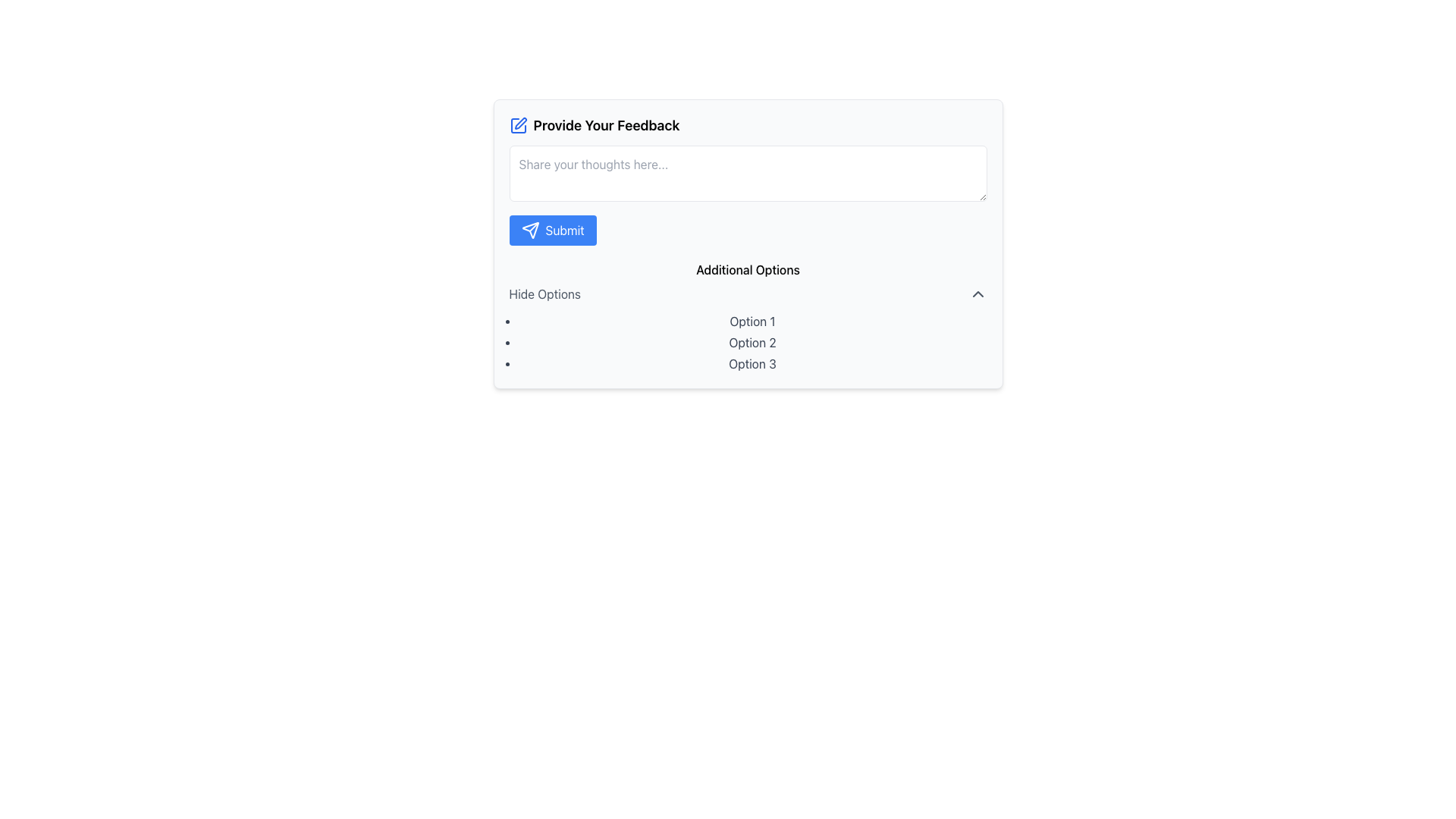 This screenshot has height=819, width=1456. Describe the element at coordinates (752, 342) in the screenshot. I see `the second item in the list under the 'Hide Options' section to change its color` at that location.